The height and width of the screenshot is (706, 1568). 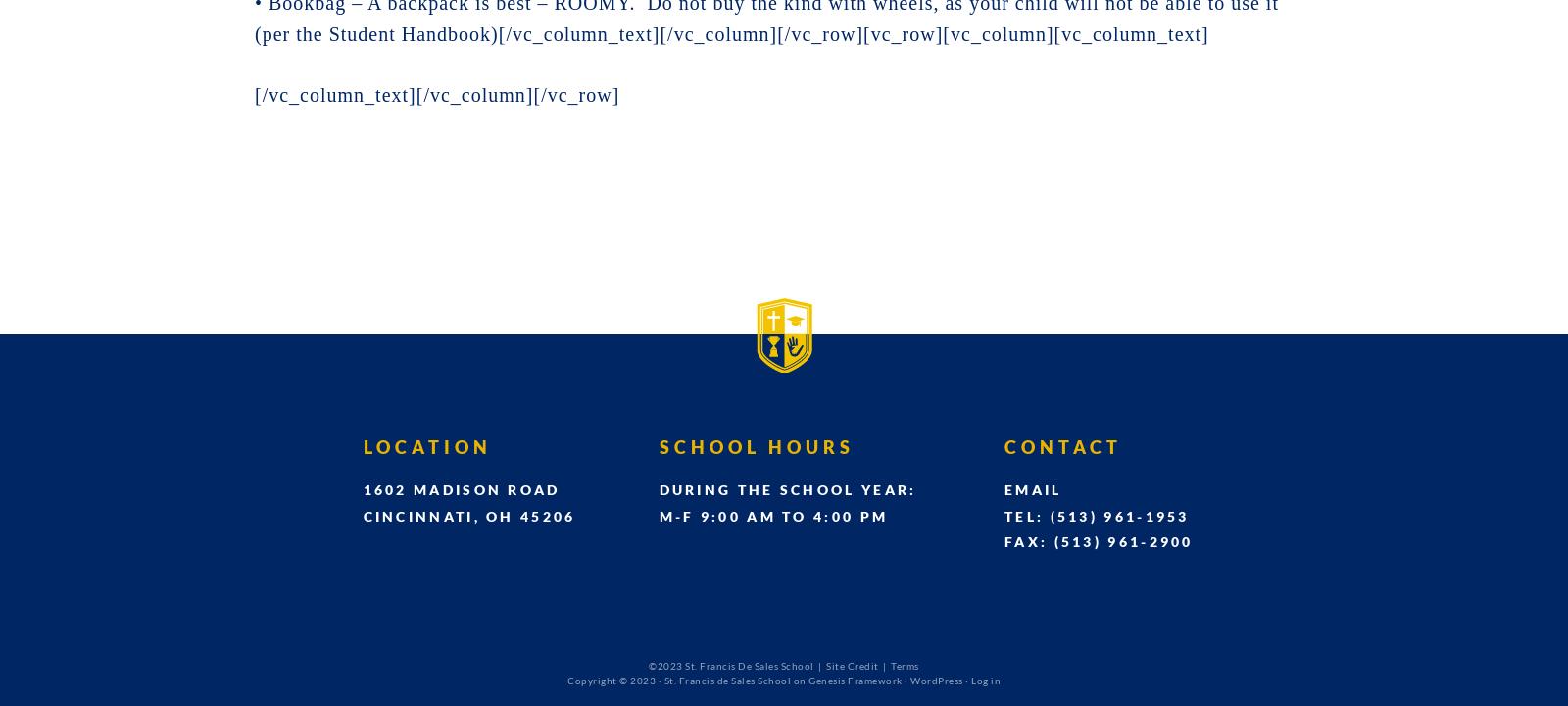 I want to click on 'WordPress', so click(x=935, y=679).